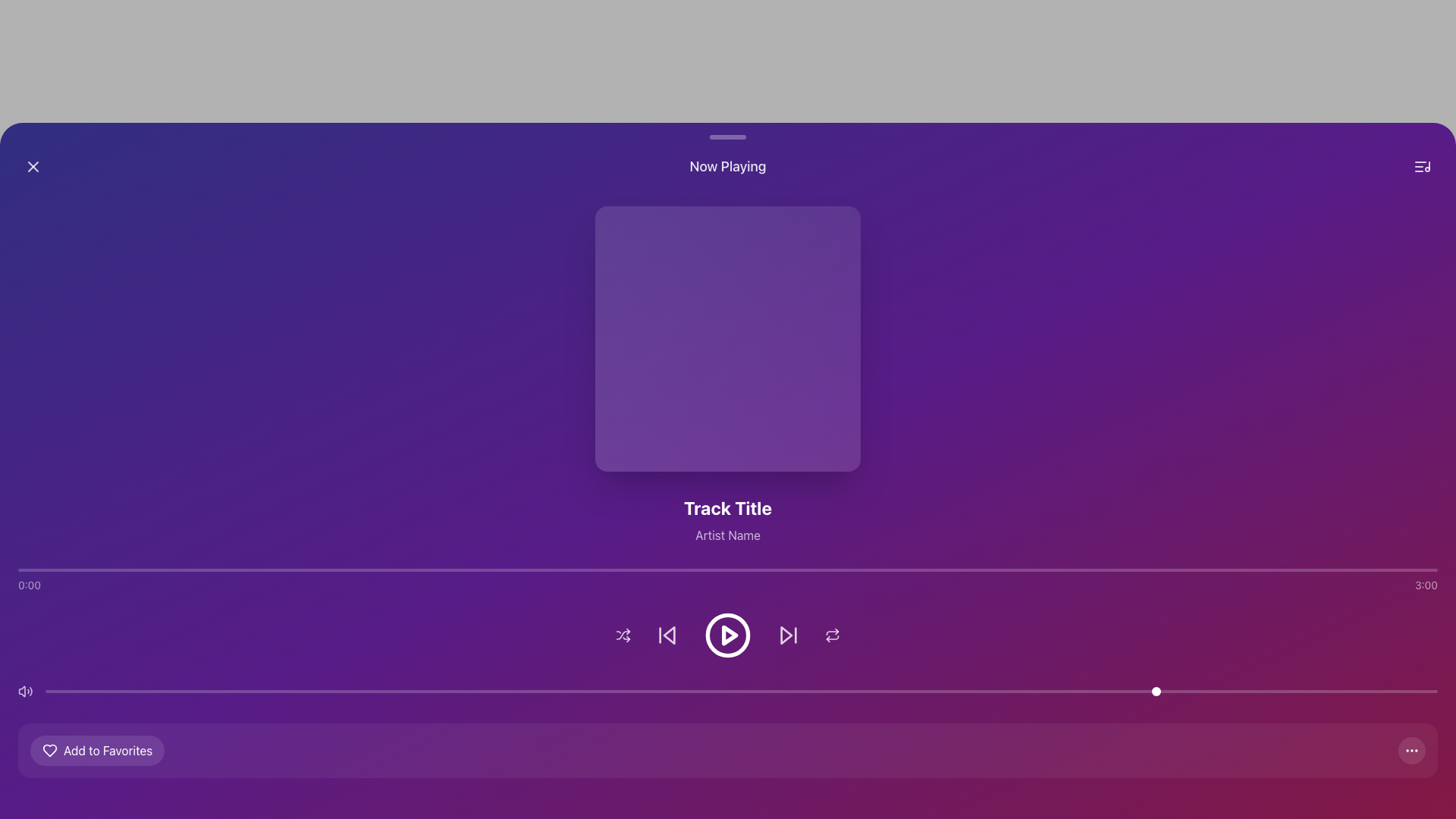 The width and height of the screenshot is (1456, 819). I want to click on the slider value, so click(337, 691).